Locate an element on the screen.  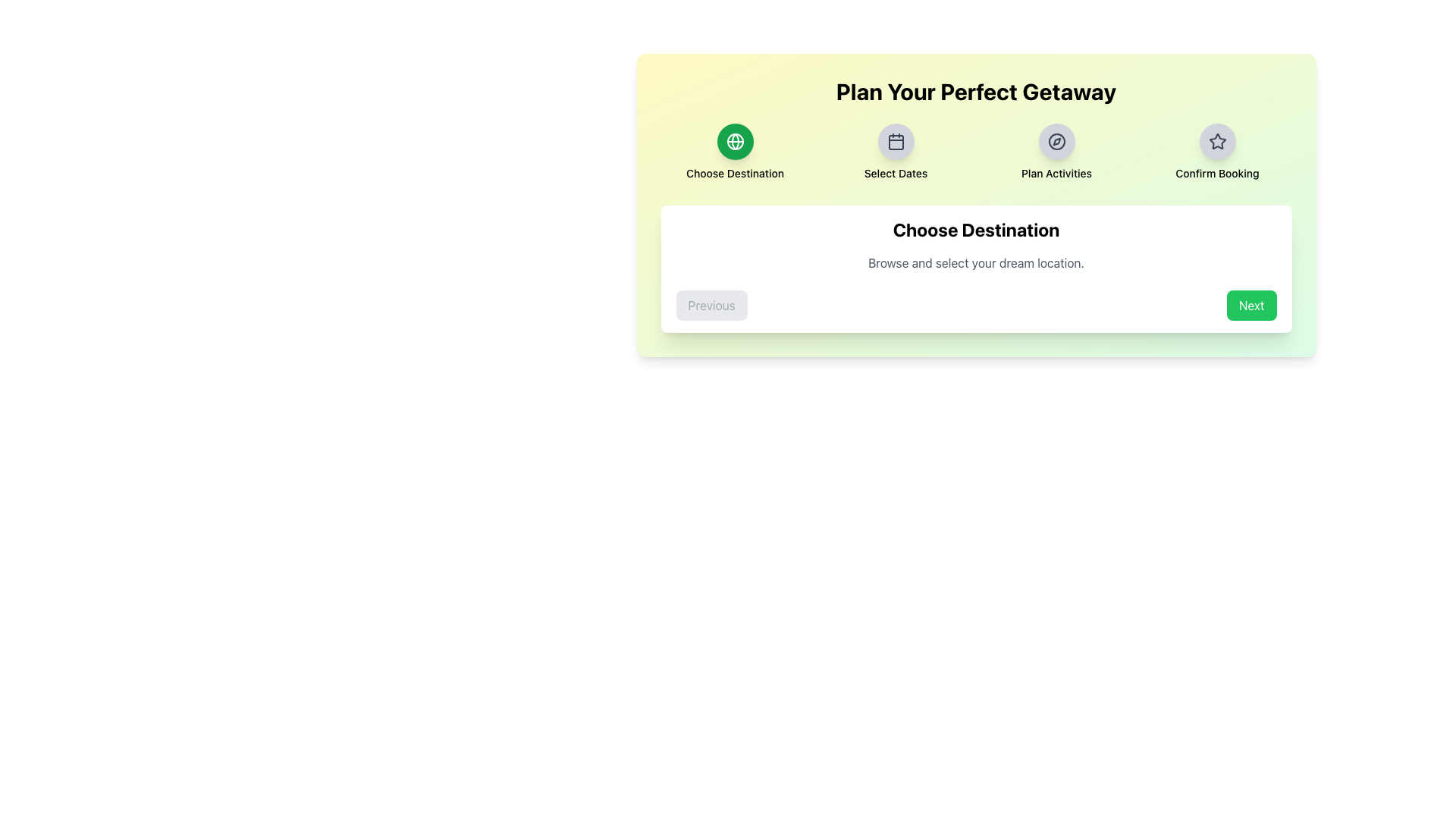
the static text element that provides instructions about the action to perform, located below the heading 'Choose Destination' and above the navigation buttons is located at coordinates (976, 262).